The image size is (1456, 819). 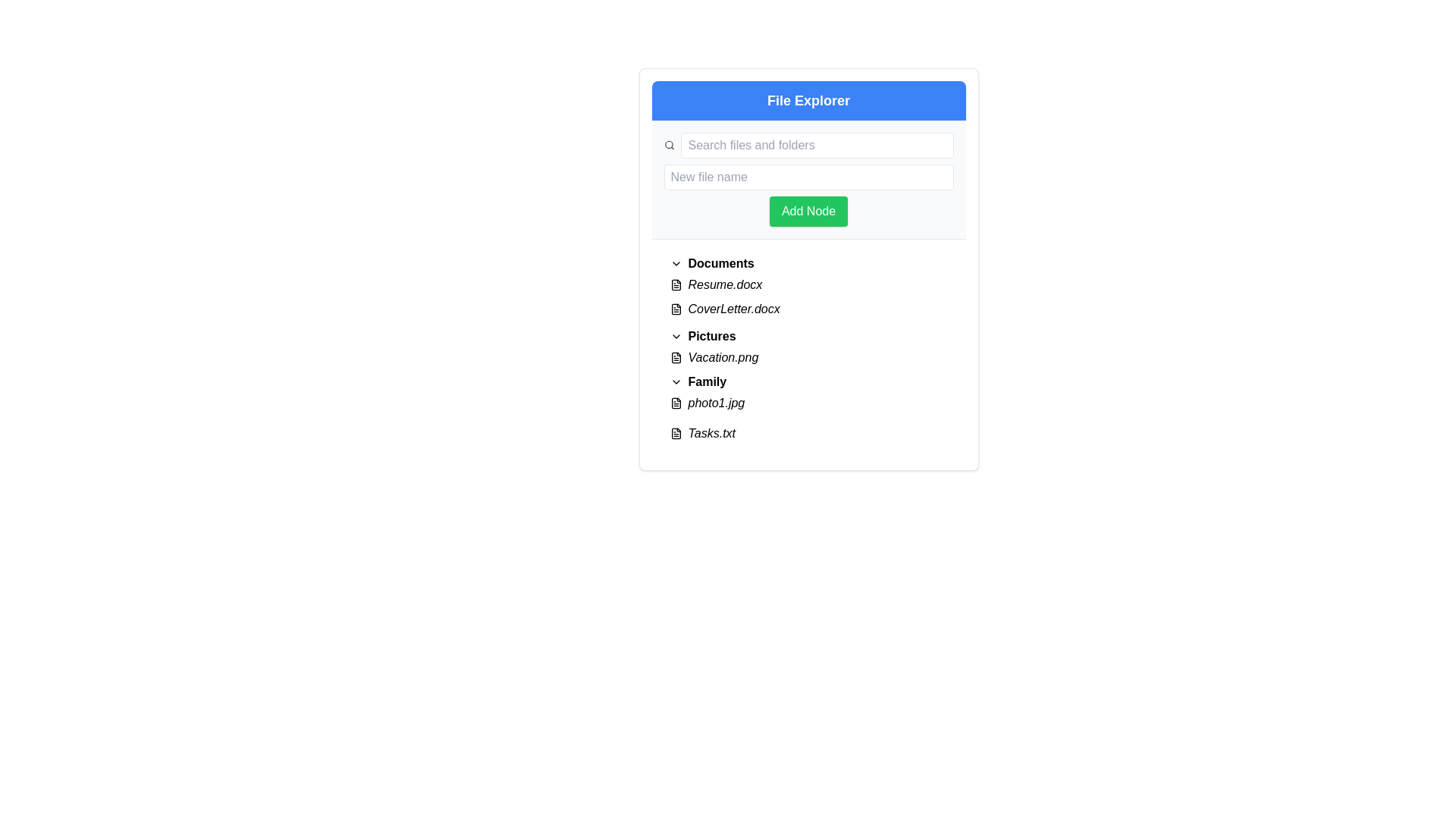 What do you see at coordinates (808, 309) in the screenshot?
I see `the file entry labeled 'CoverLetter.docx' in the Documents folder` at bounding box center [808, 309].